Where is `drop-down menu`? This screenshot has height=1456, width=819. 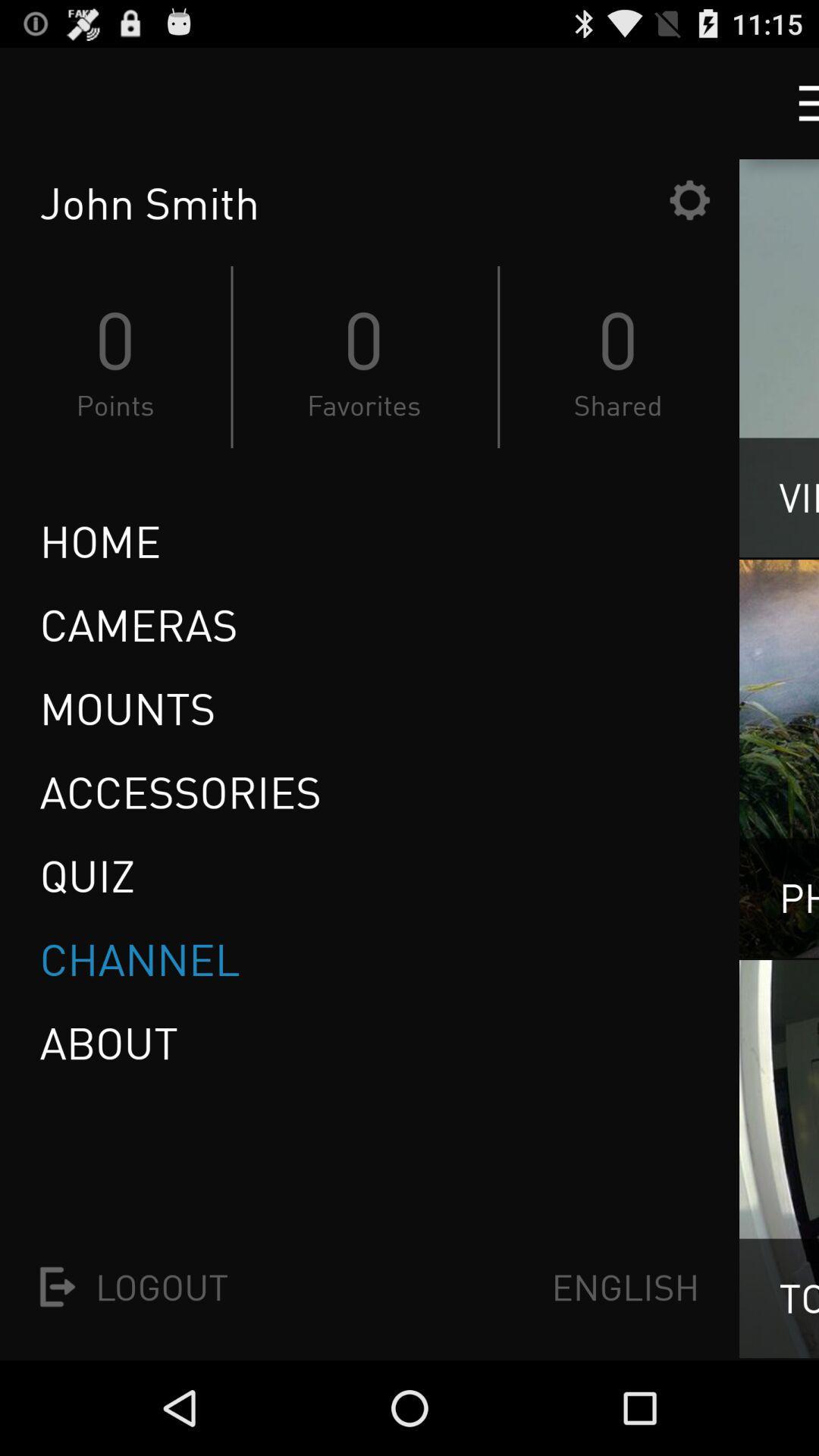 drop-down menu is located at coordinates (794, 102).